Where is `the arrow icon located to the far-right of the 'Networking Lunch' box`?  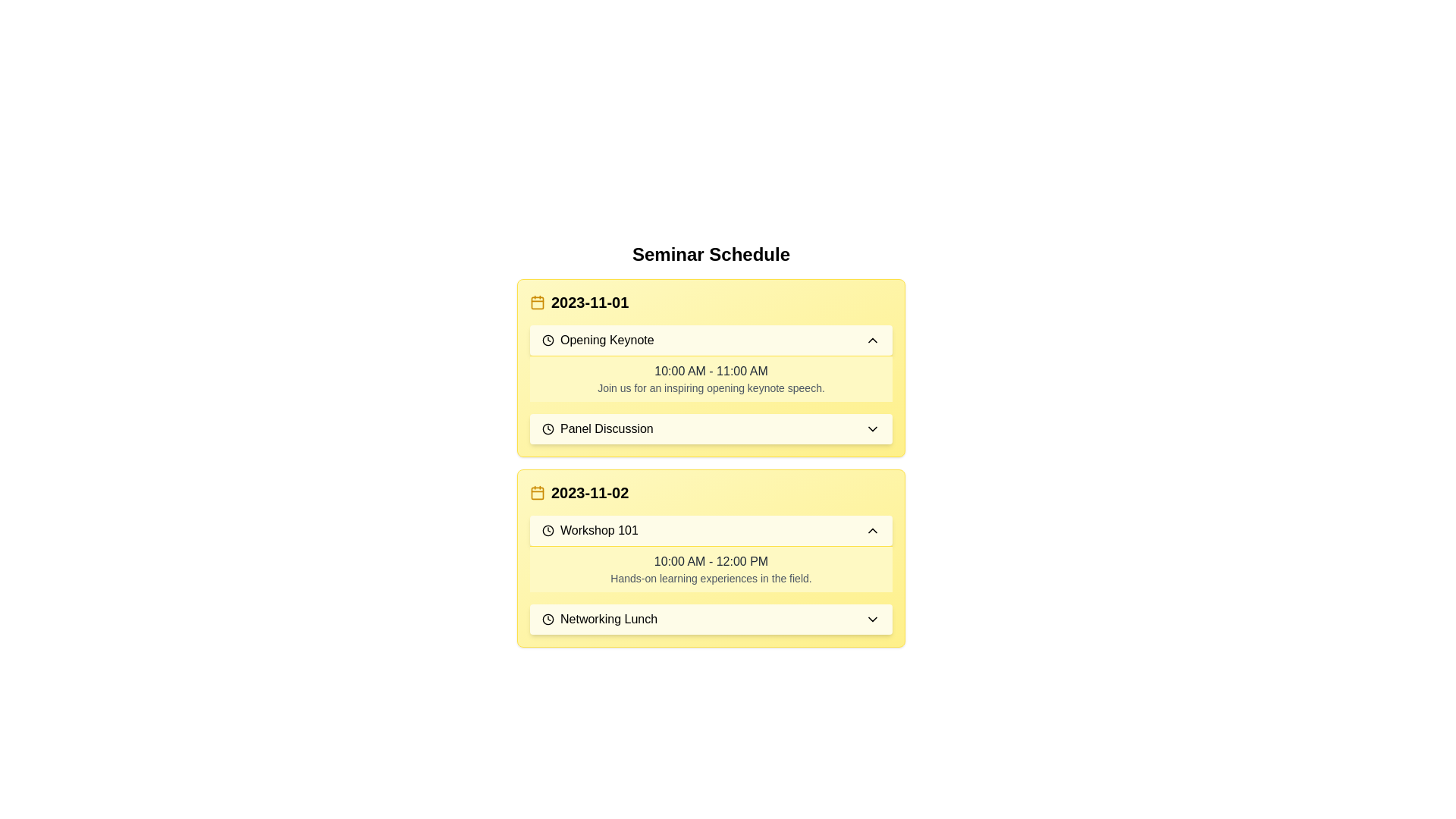 the arrow icon located to the far-right of the 'Networking Lunch' box is located at coordinates (873, 620).